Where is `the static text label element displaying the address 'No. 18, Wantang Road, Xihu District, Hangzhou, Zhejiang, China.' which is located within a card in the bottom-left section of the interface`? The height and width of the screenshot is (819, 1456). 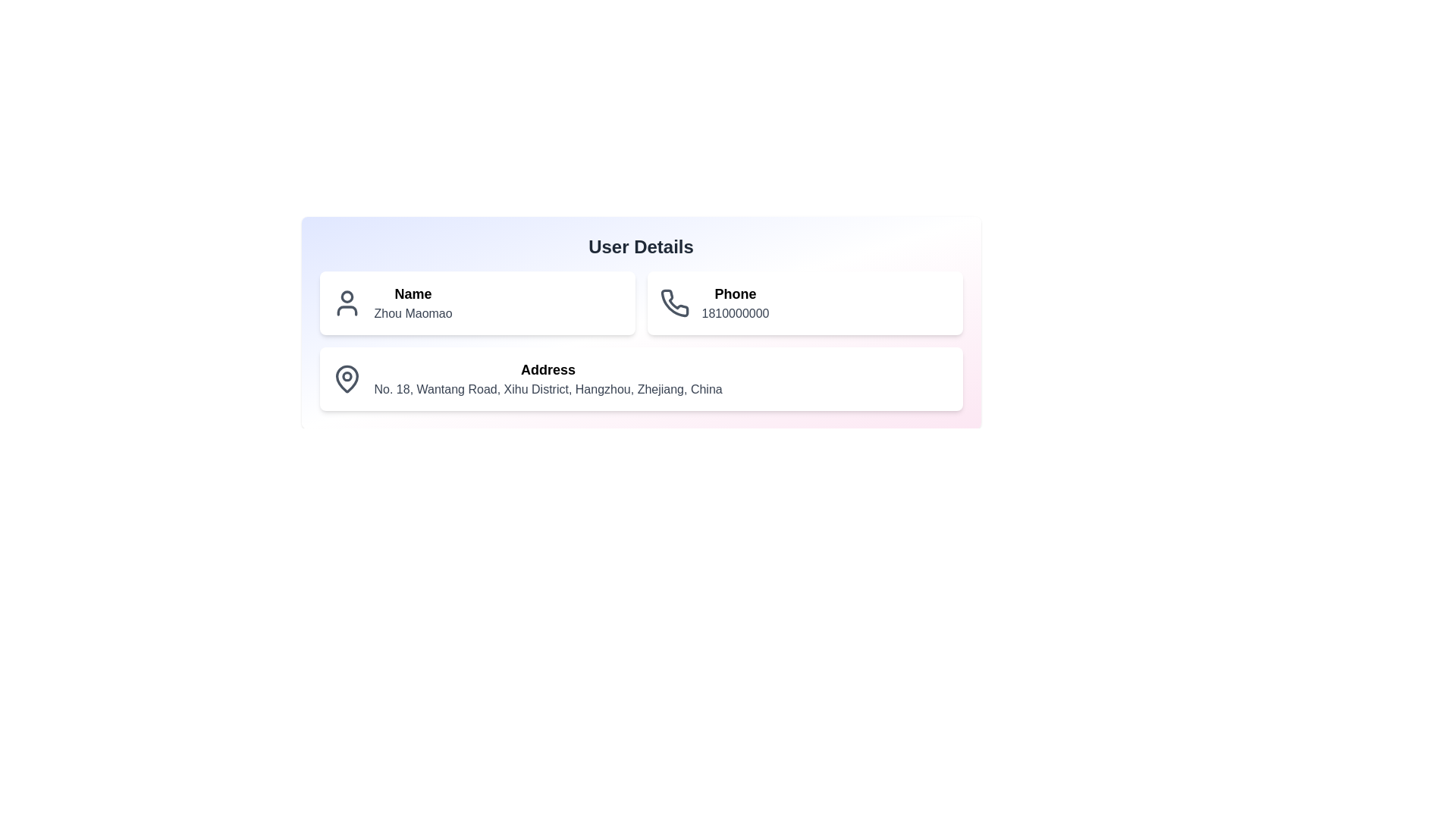 the static text label element displaying the address 'No. 18, Wantang Road, Xihu District, Hangzhou, Zhejiang, China.' which is located within a card in the bottom-left section of the interface is located at coordinates (548, 378).